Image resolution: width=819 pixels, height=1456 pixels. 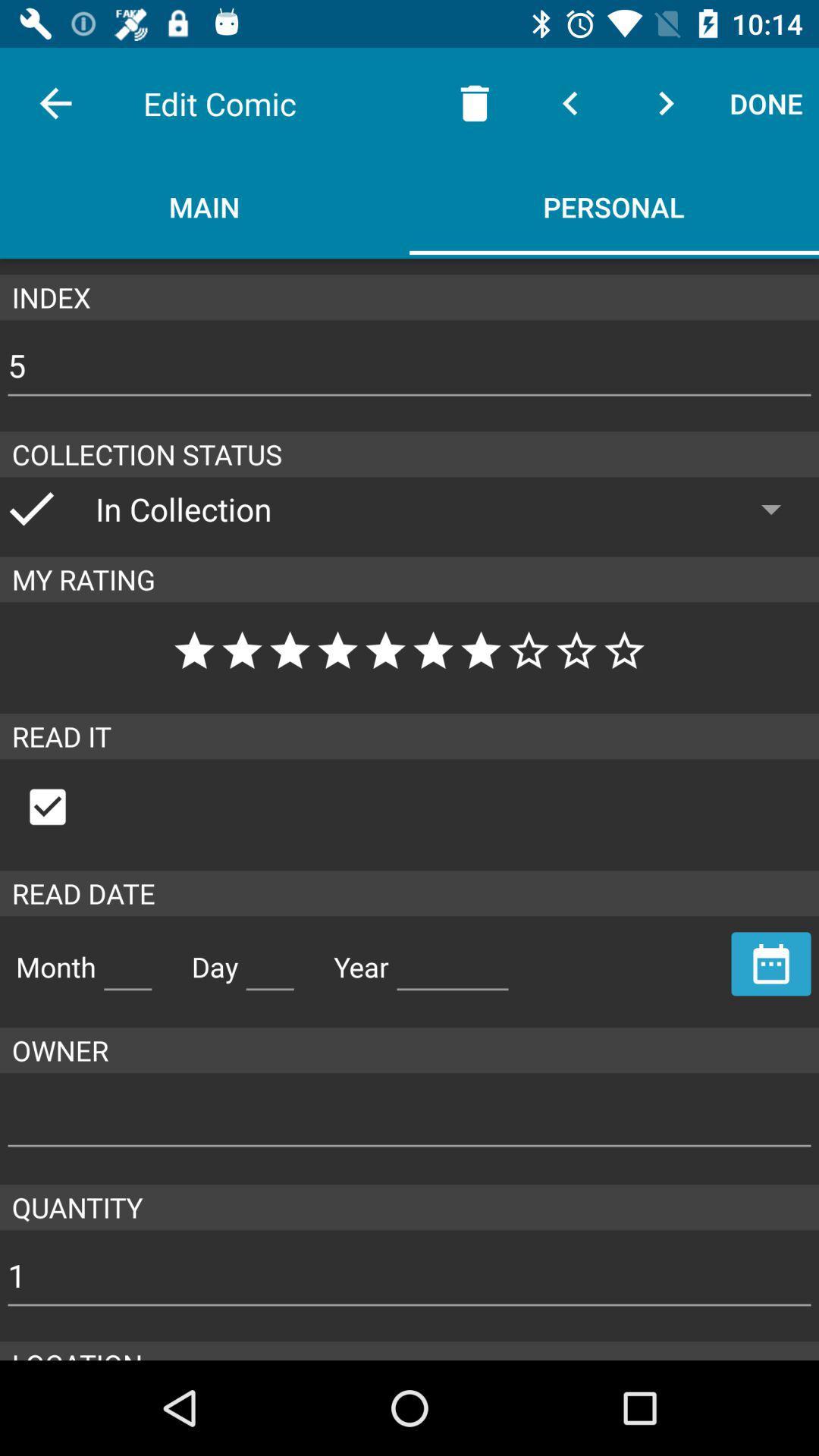 What do you see at coordinates (771, 963) in the screenshot?
I see `calendar` at bounding box center [771, 963].